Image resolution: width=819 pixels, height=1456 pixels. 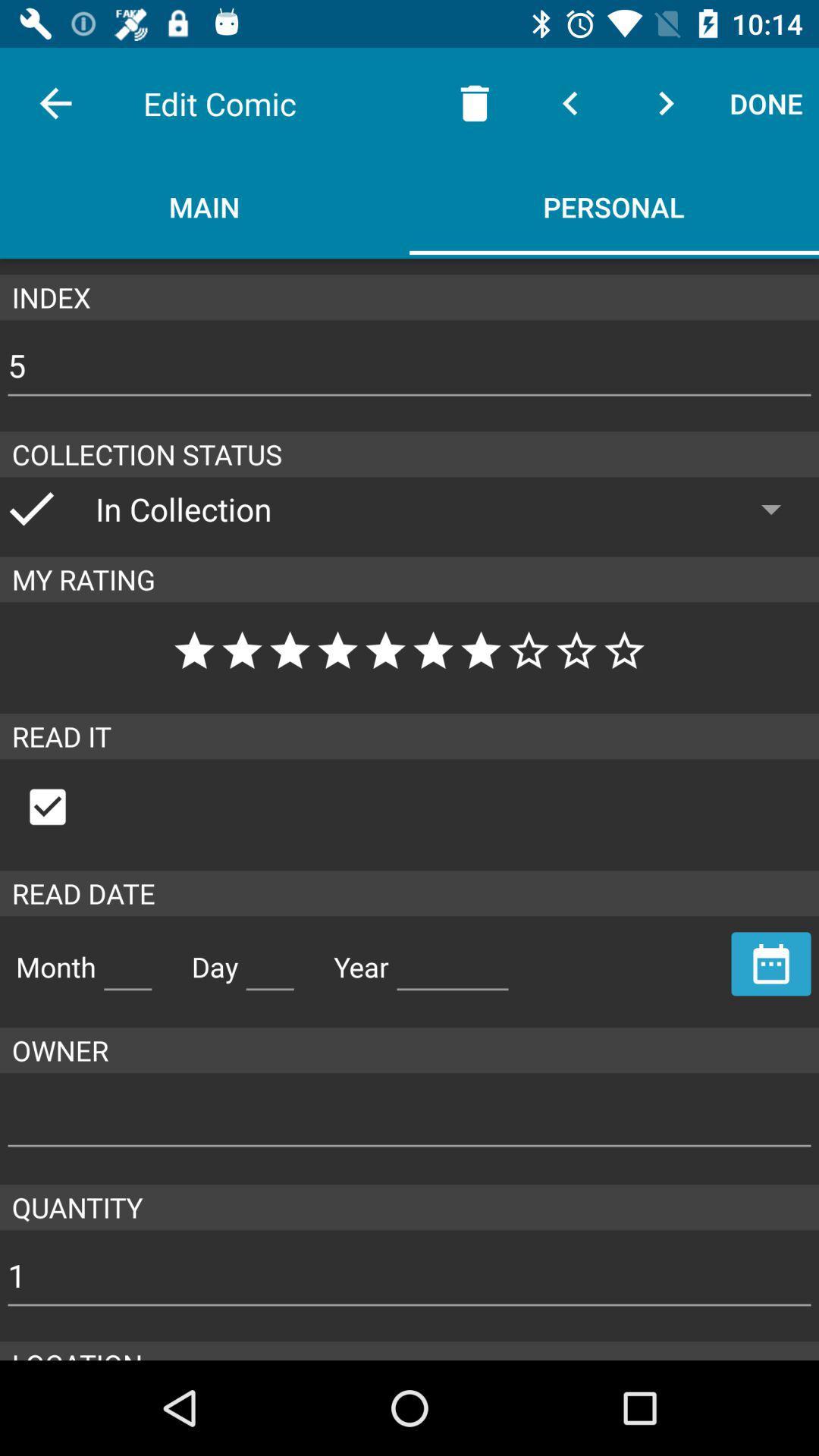 What do you see at coordinates (771, 963) in the screenshot?
I see `calendar` at bounding box center [771, 963].